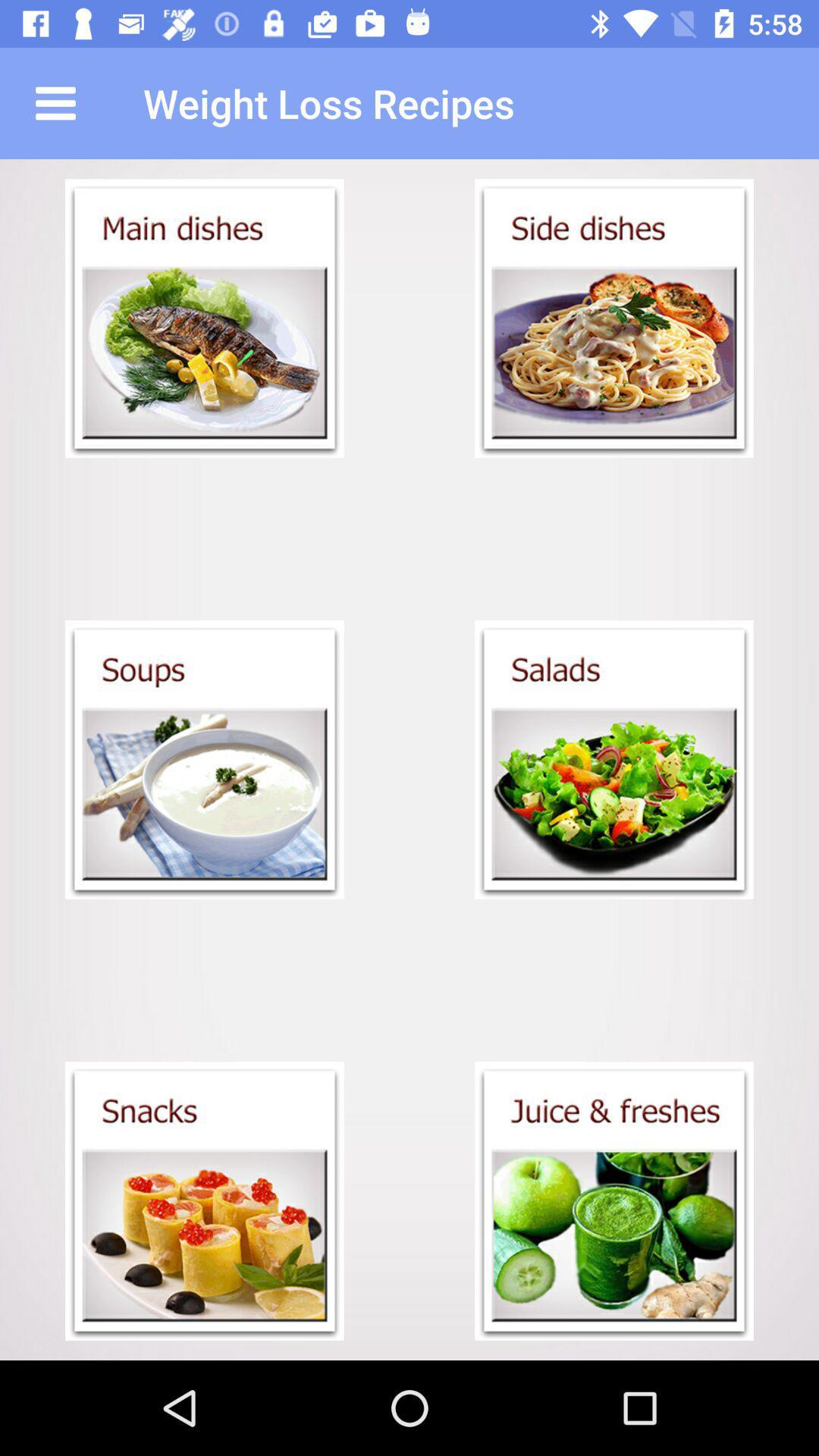  What do you see at coordinates (205, 1200) in the screenshot?
I see `see snacks category` at bounding box center [205, 1200].